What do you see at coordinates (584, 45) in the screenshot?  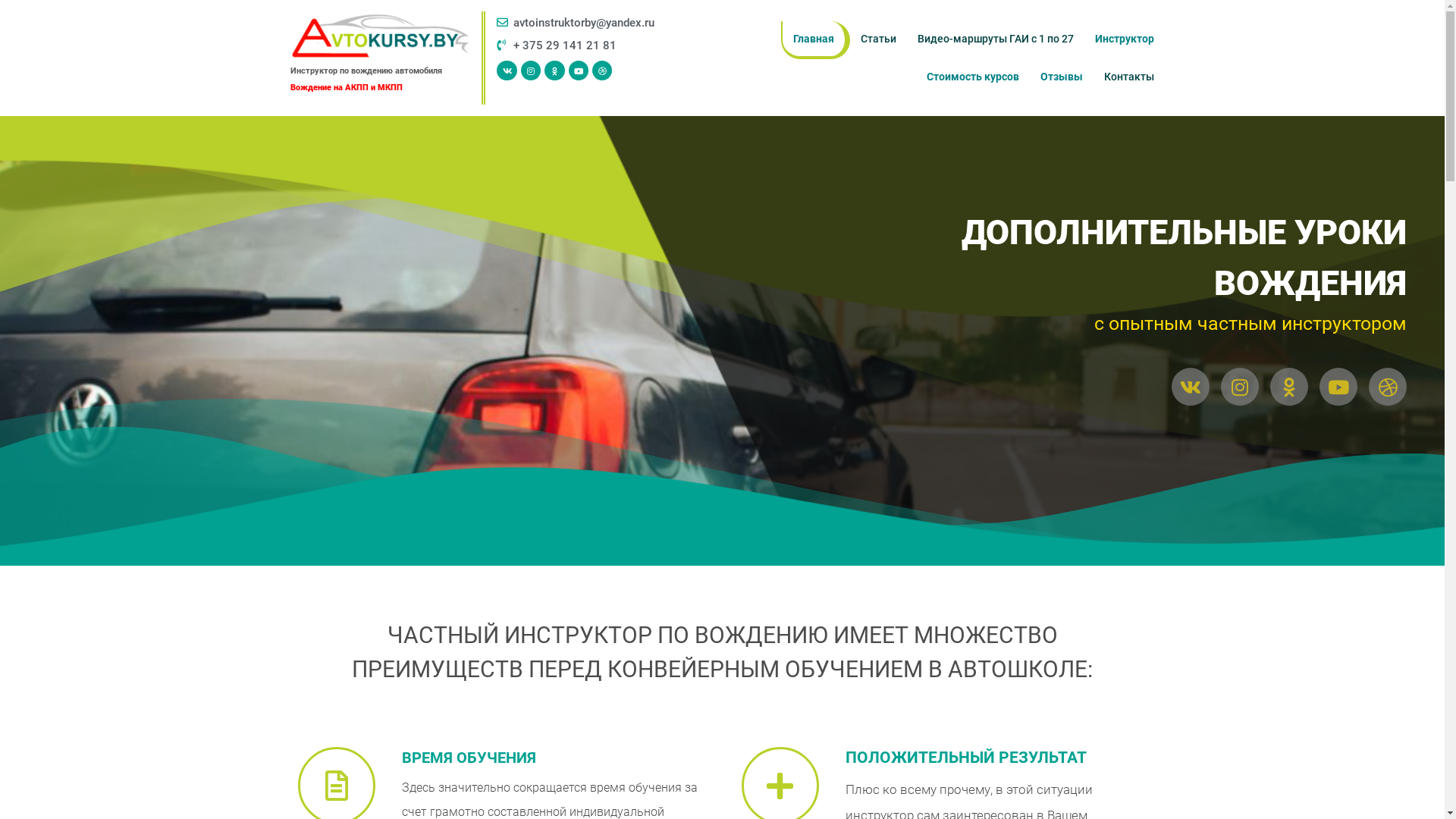 I see `'+ 375 29 141 21 81'` at bounding box center [584, 45].